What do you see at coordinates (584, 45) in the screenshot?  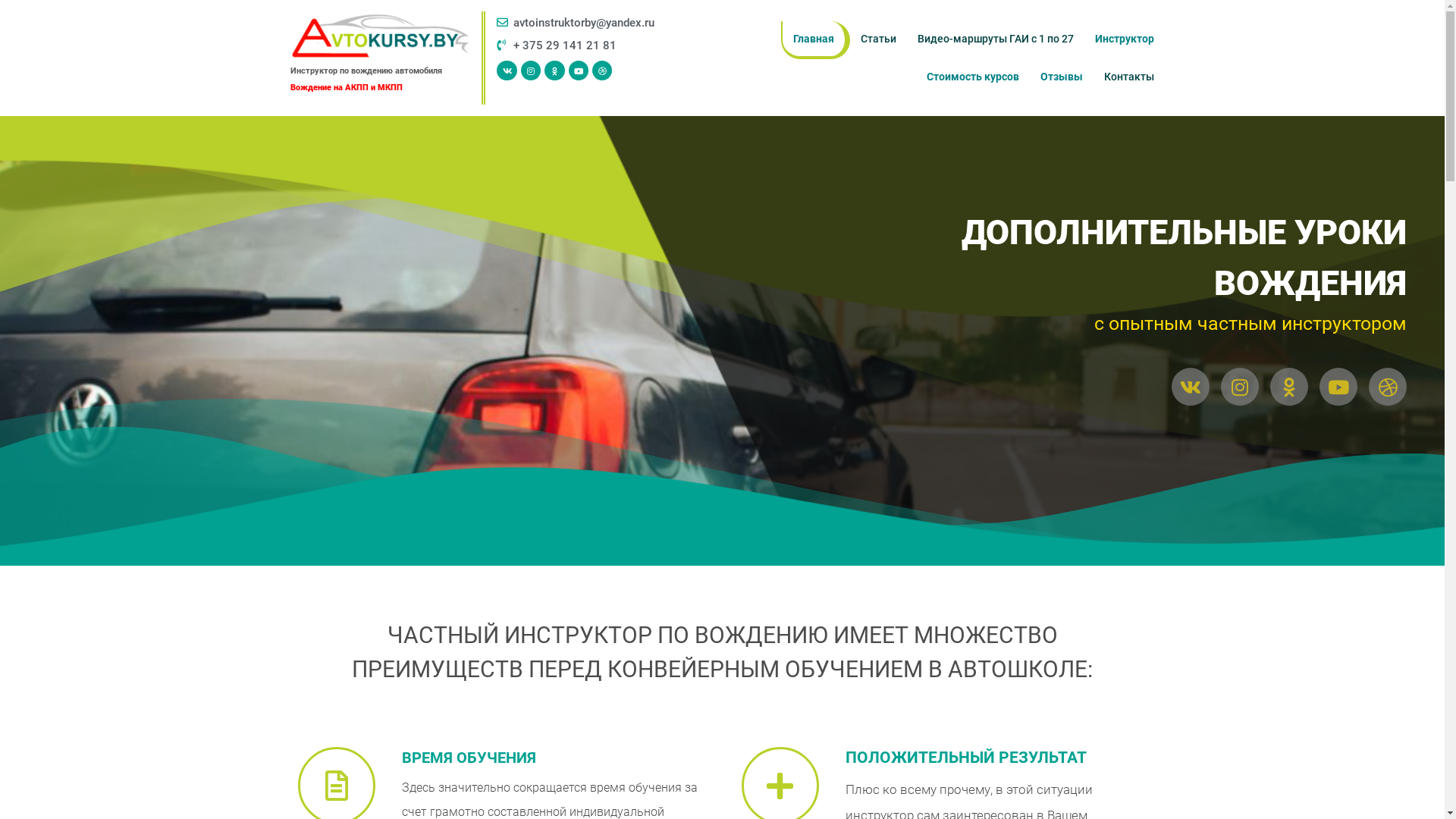 I see `'+ 375 29 141 21 81'` at bounding box center [584, 45].